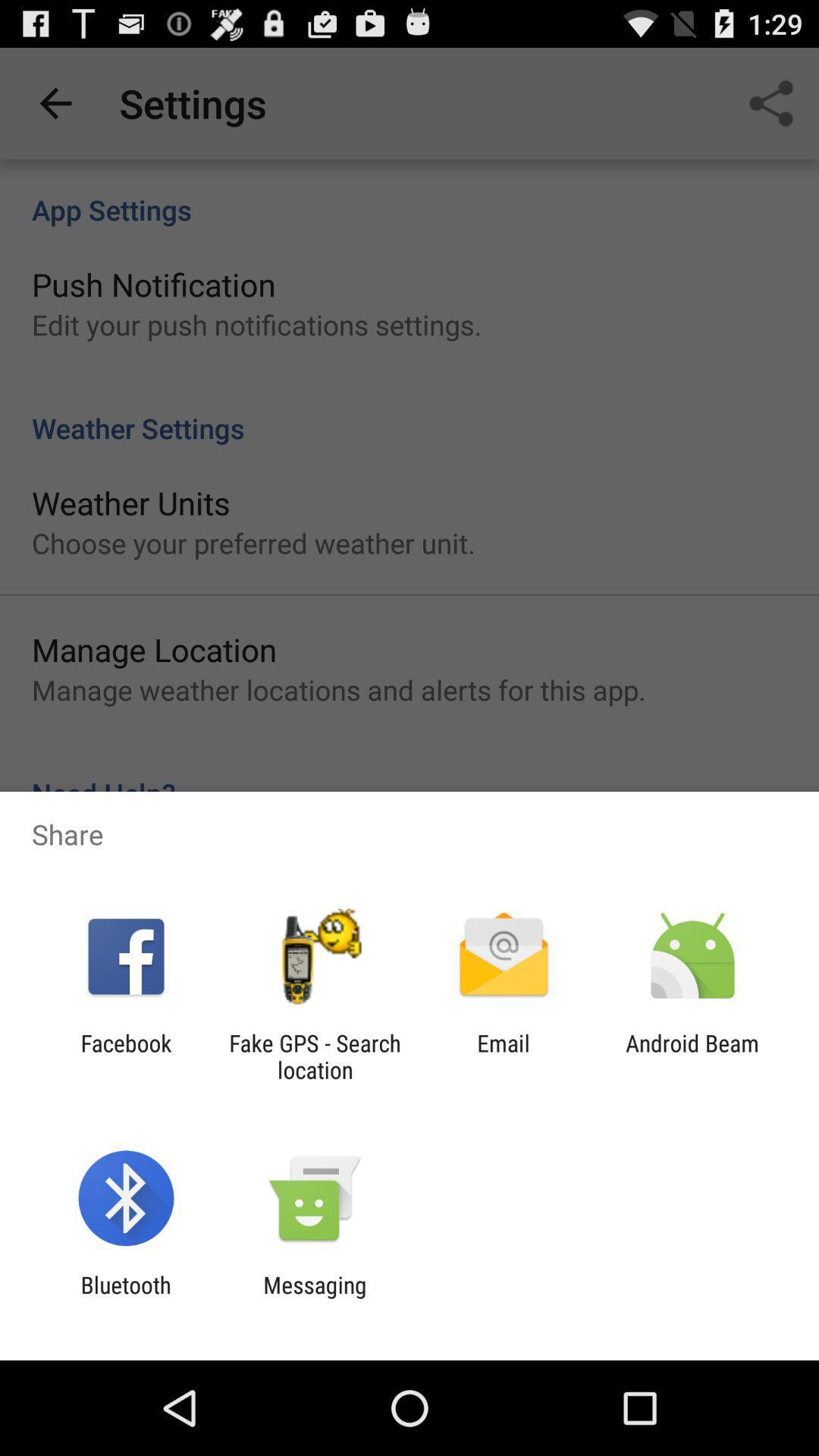 The width and height of the screenshot is (819, 1456). I want to click on the app to the right of the facebook app, so click(314, 1056).